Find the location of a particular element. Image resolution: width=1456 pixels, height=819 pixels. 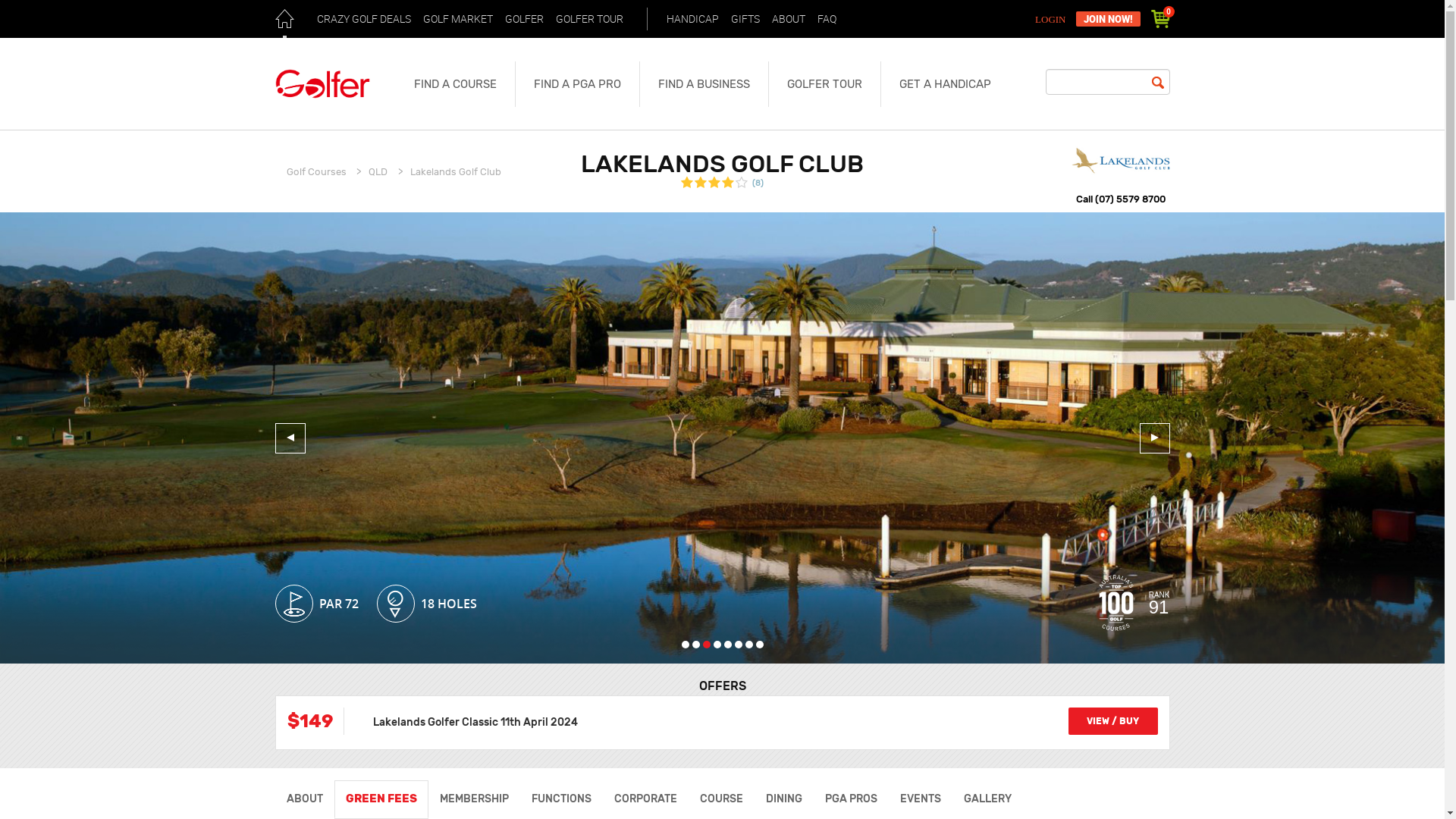

'FIND A BUSINESS' is located at coordinates (702, 84).